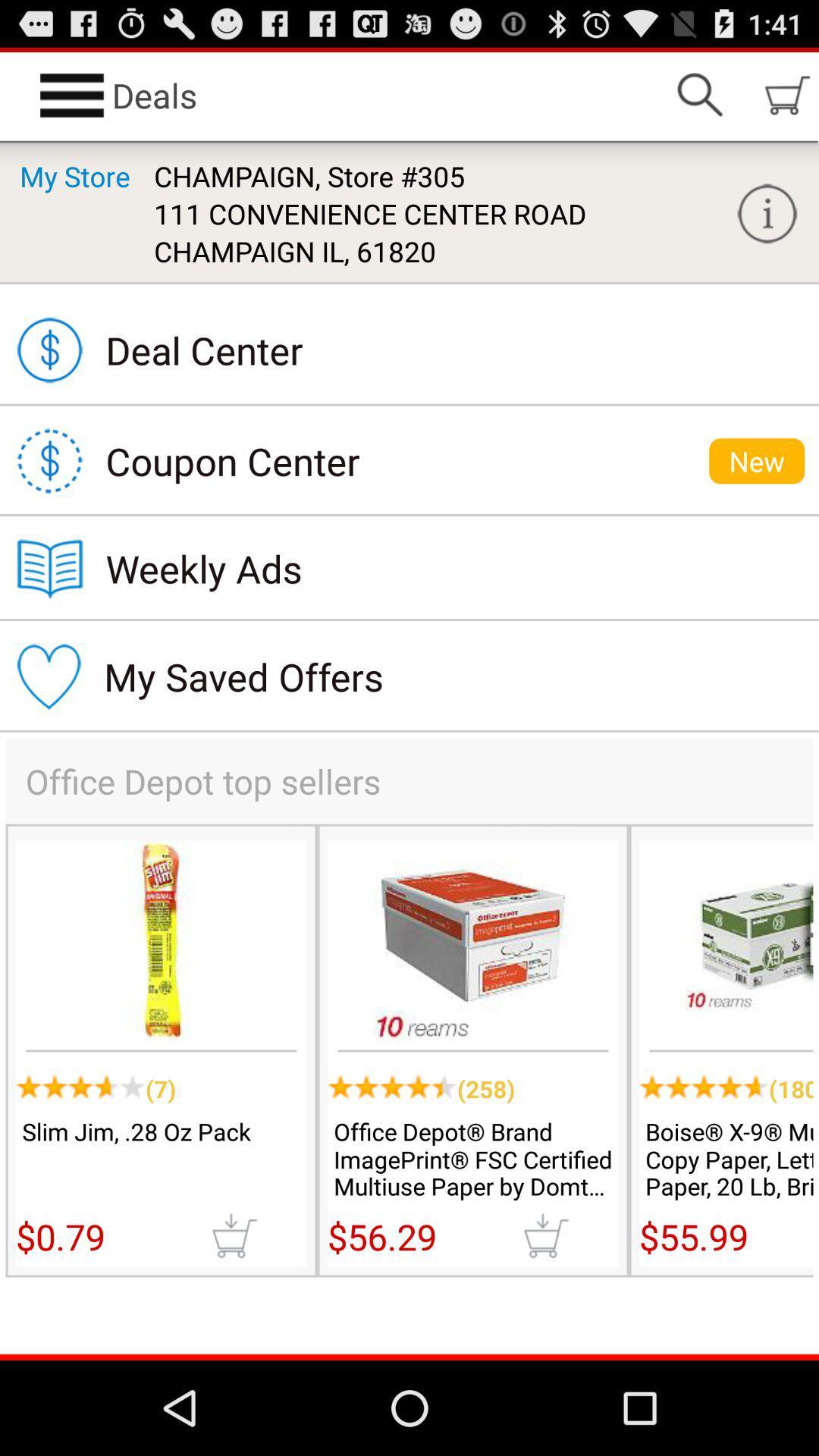 This screenshot has width=819, height=1456. Describe the element at coordinates (767, 213) in the screenshot. I see `the app next to champaign, store #305` at that location.